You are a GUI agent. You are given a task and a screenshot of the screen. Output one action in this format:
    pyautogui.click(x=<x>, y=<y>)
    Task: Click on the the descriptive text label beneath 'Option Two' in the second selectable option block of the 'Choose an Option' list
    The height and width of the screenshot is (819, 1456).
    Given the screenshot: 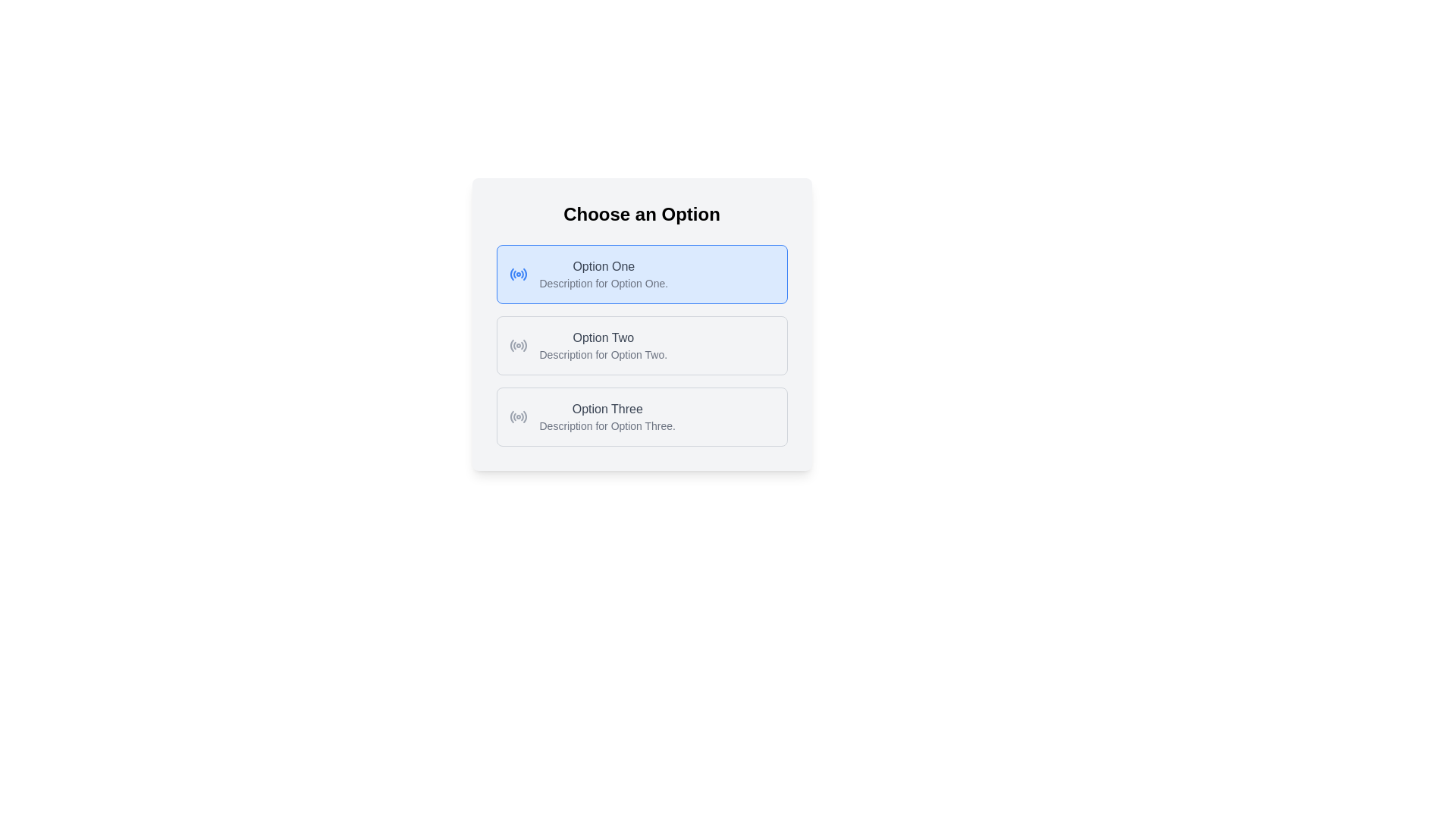 What is the action you would take?
    pyautogui.click(x=602, y=354)
    